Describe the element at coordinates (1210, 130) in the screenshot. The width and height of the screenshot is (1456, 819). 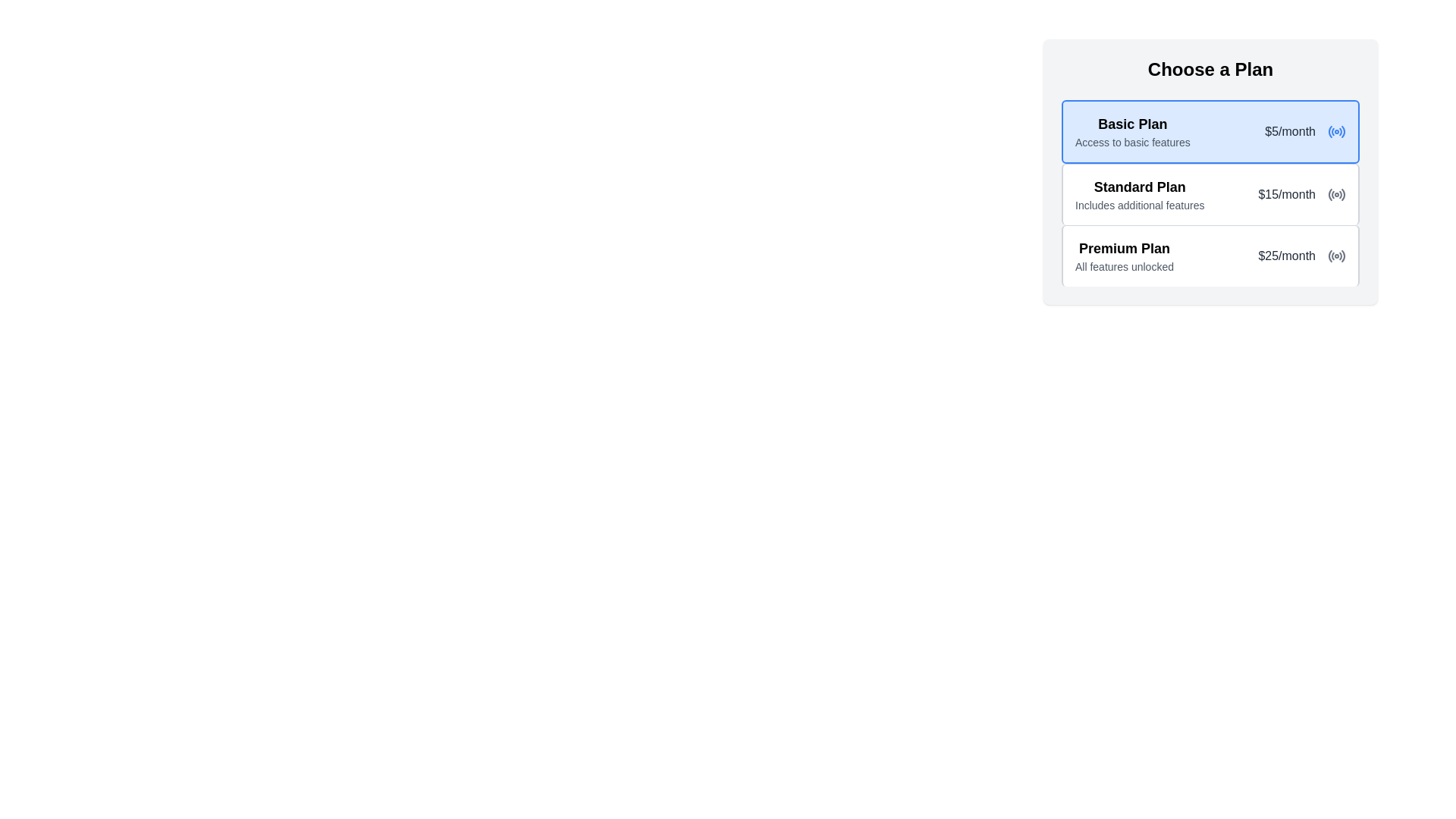
I see `the first Plan Option Card in the pricing interface to view its details` at that location.